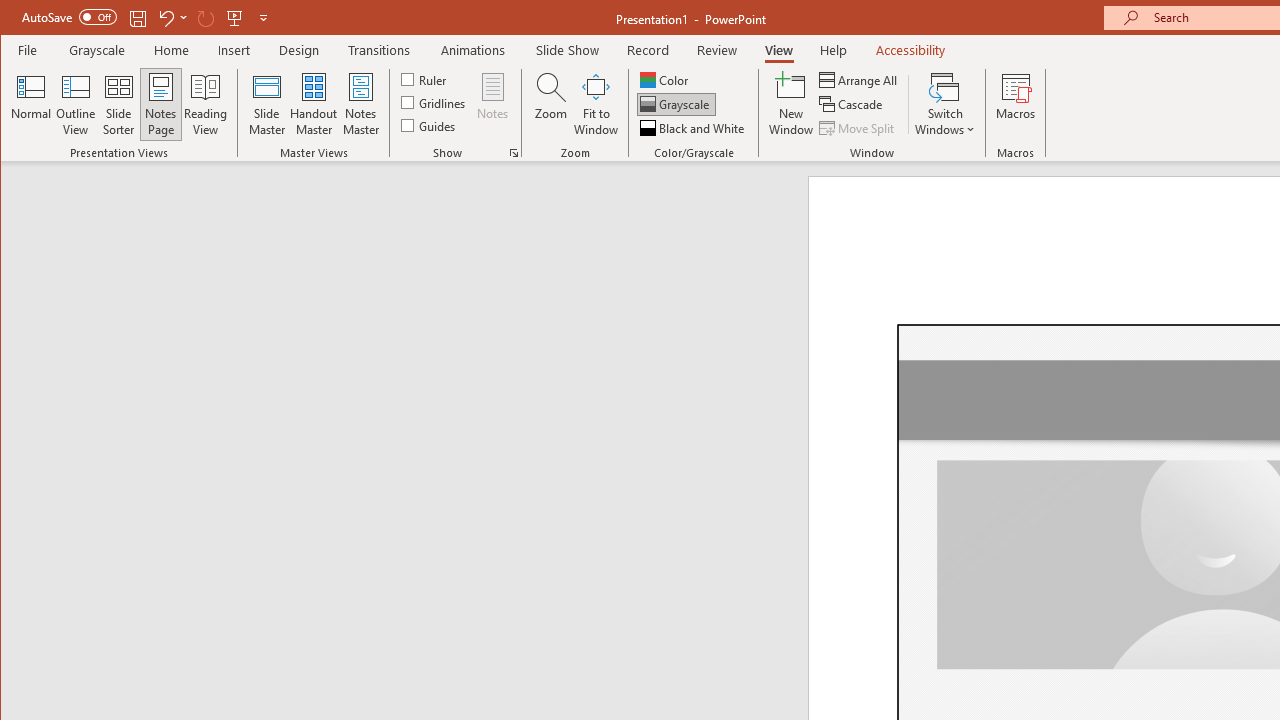 The image size is (1280, 720). Describe the element at coordinates (1016, 104) in the screenshot. I see `'Macros'` at that location.